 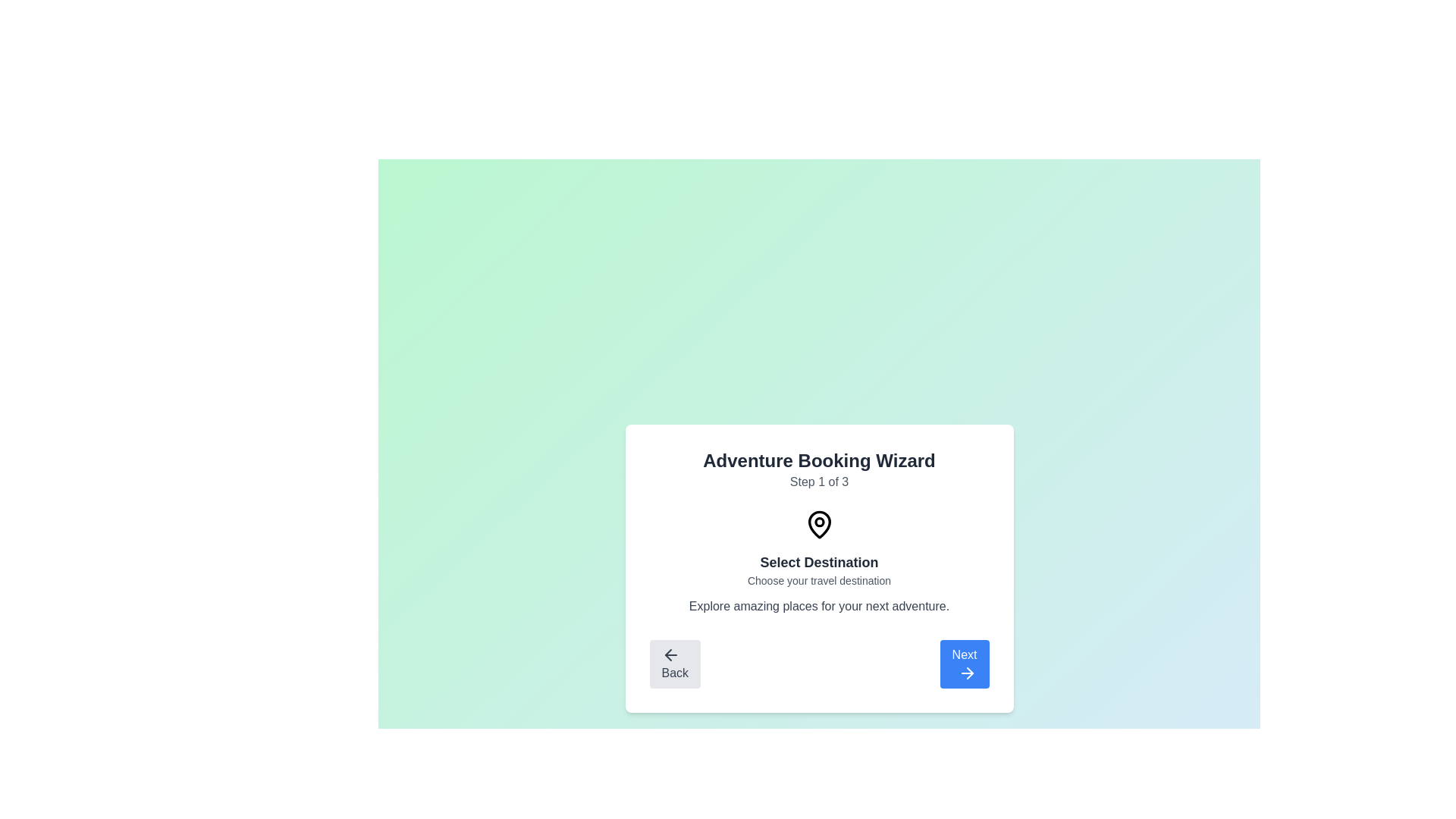 What do you see at coordinates (818, 482) in the screenshot?
I see `the Text Label that indicates the current step in the multi-step process, positioned beneath 'Adventure Booking Wizard' and above 'Select Destination'` at bounding box center [818, 482].